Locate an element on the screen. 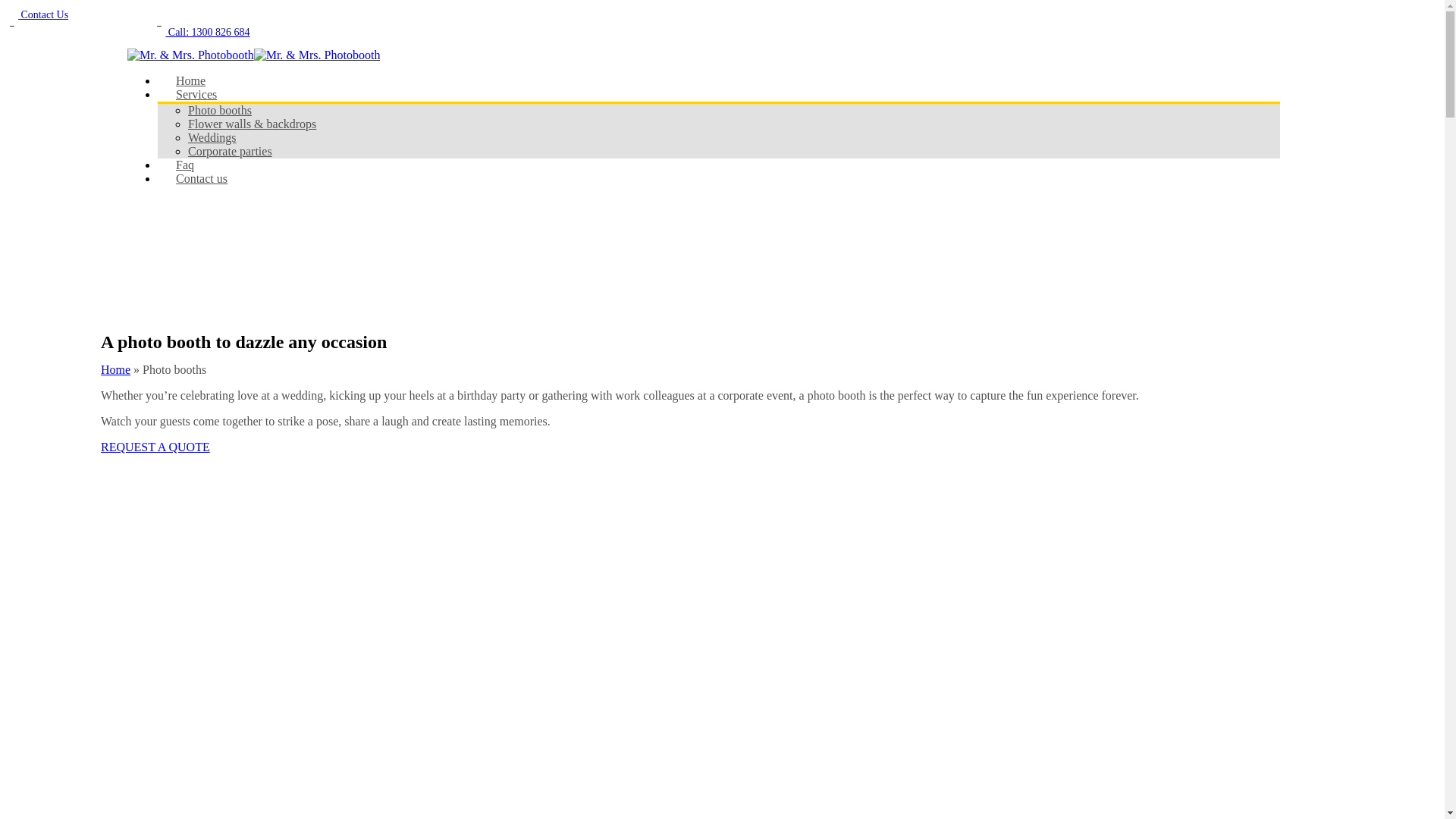  'Click to see Phone Number' is located at coordinates (77, 30).